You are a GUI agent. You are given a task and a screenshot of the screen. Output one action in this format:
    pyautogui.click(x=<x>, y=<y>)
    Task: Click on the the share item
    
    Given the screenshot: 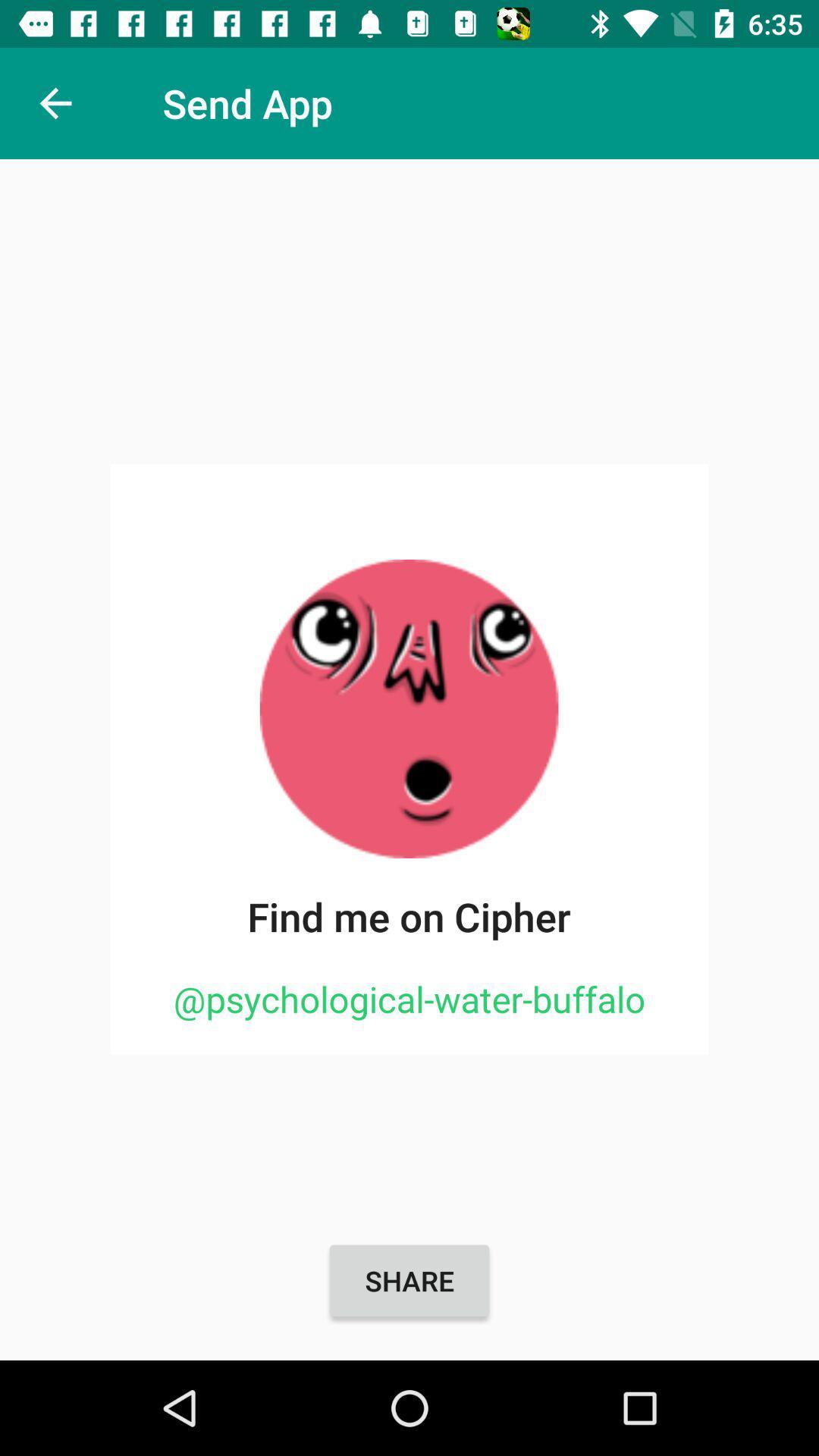 What is the action you would take?
    pyautogui.click(x=409, y=1280)
    